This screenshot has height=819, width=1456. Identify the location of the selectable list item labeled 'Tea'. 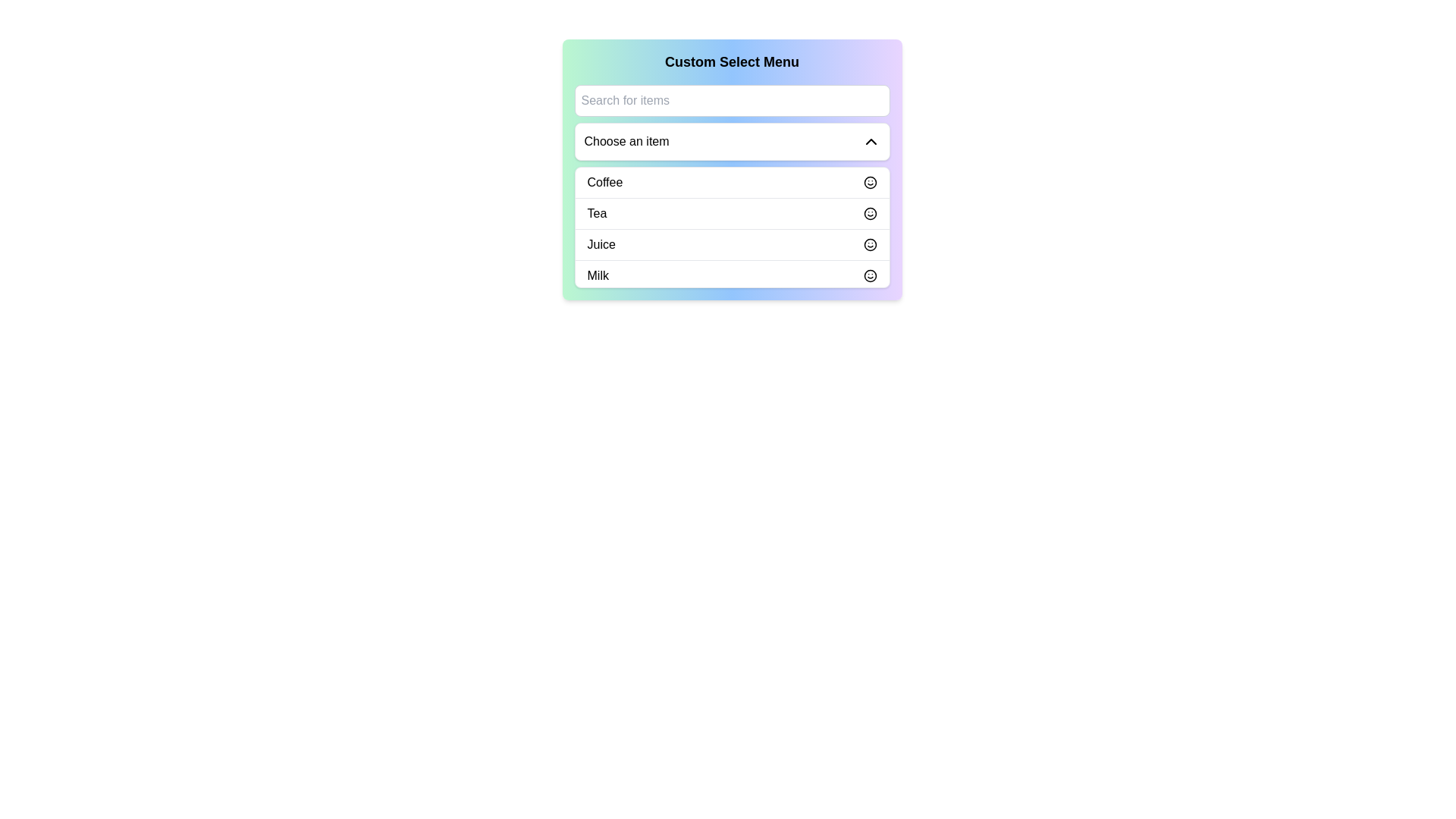
(732, 213).